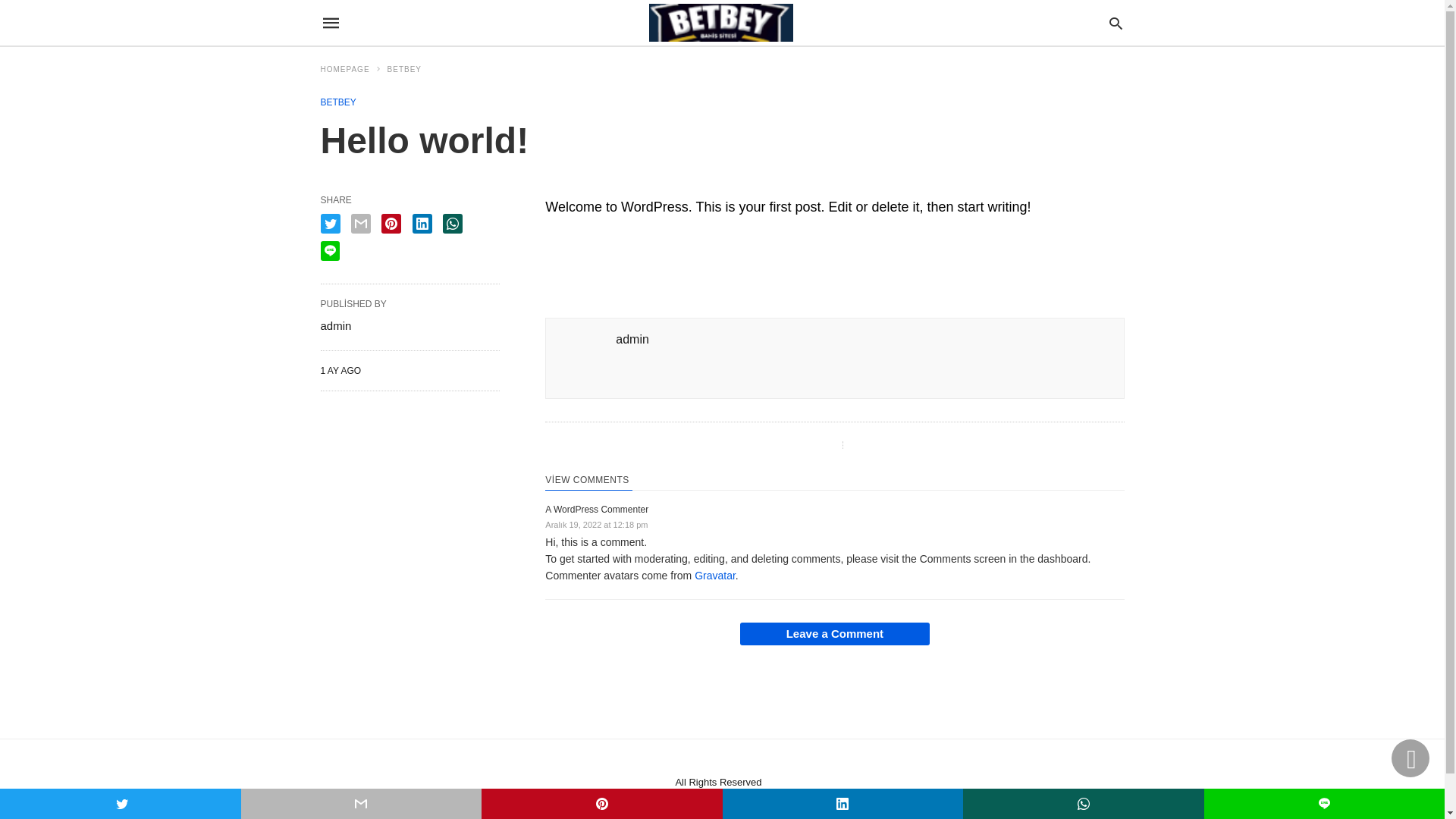 This screenshot has width=1456, height=819. What do you see at coordinates (1391, 758) in the screenshot?
I see `'back to top'` at bounding box center [1391, 758].